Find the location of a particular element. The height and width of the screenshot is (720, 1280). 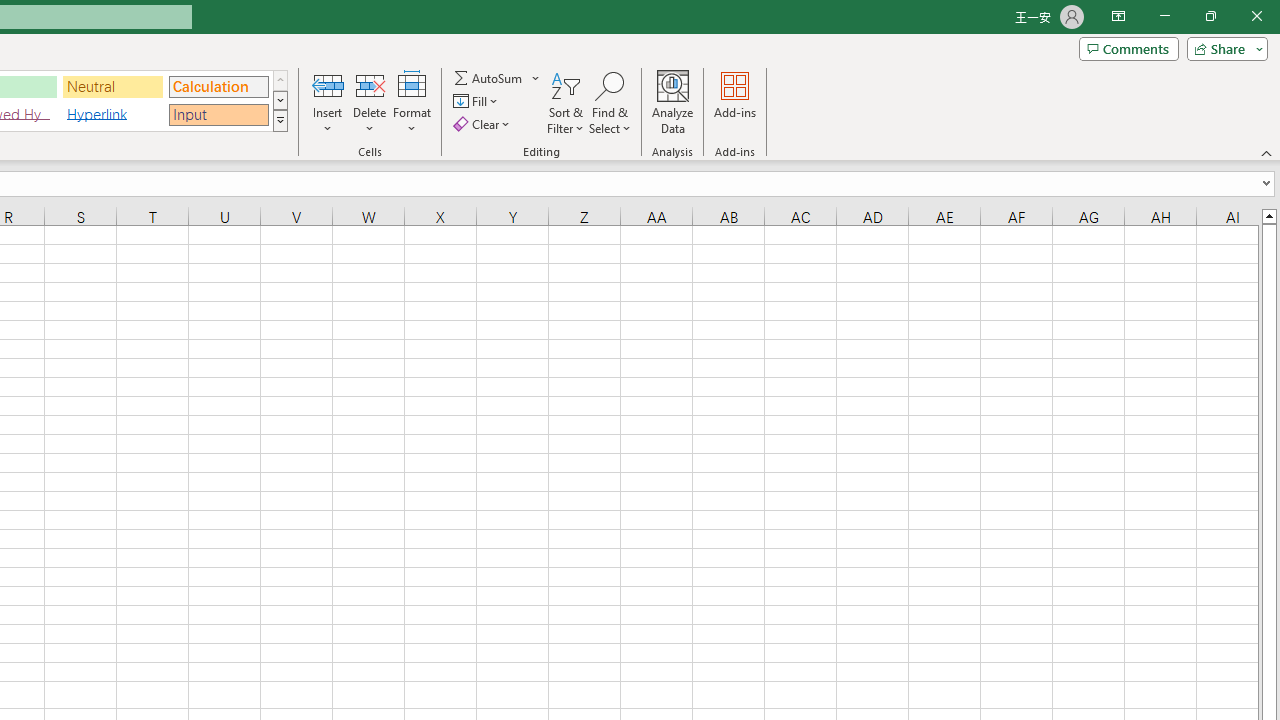

'Calculation' is located at coordinates (218, 85).